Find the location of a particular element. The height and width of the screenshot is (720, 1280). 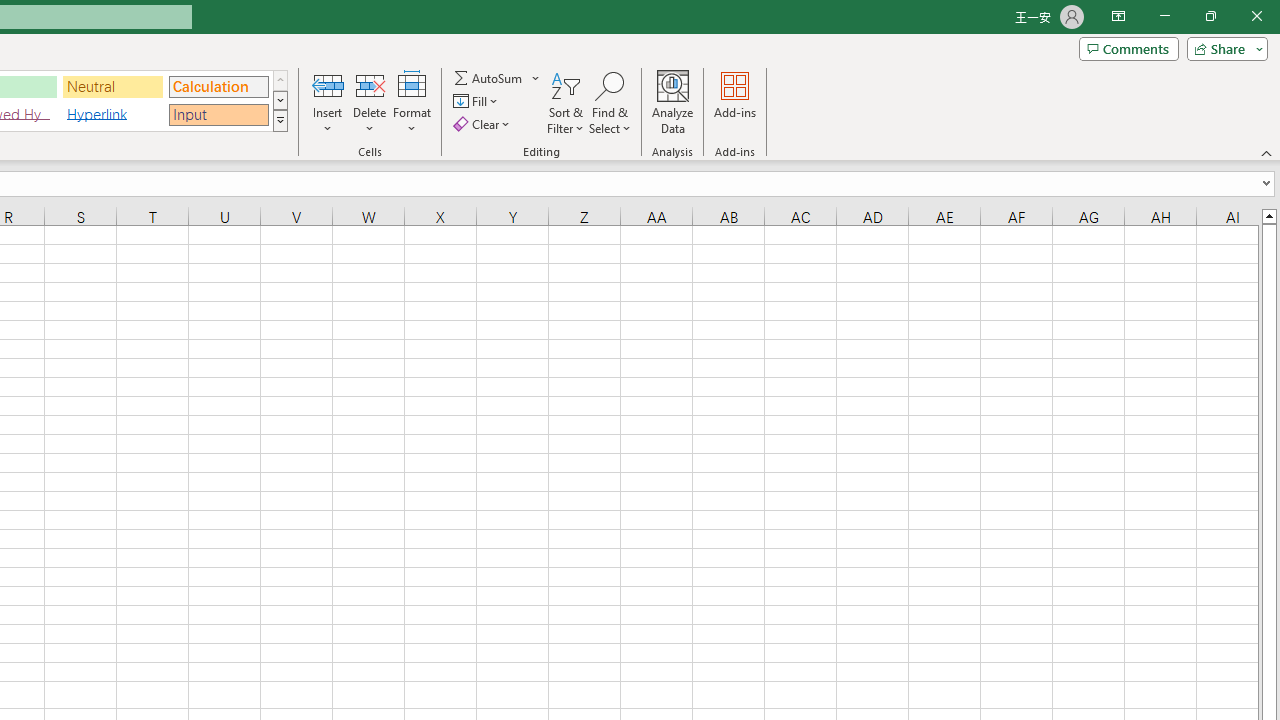

'Calculation' is located at coordinates (218, 85).